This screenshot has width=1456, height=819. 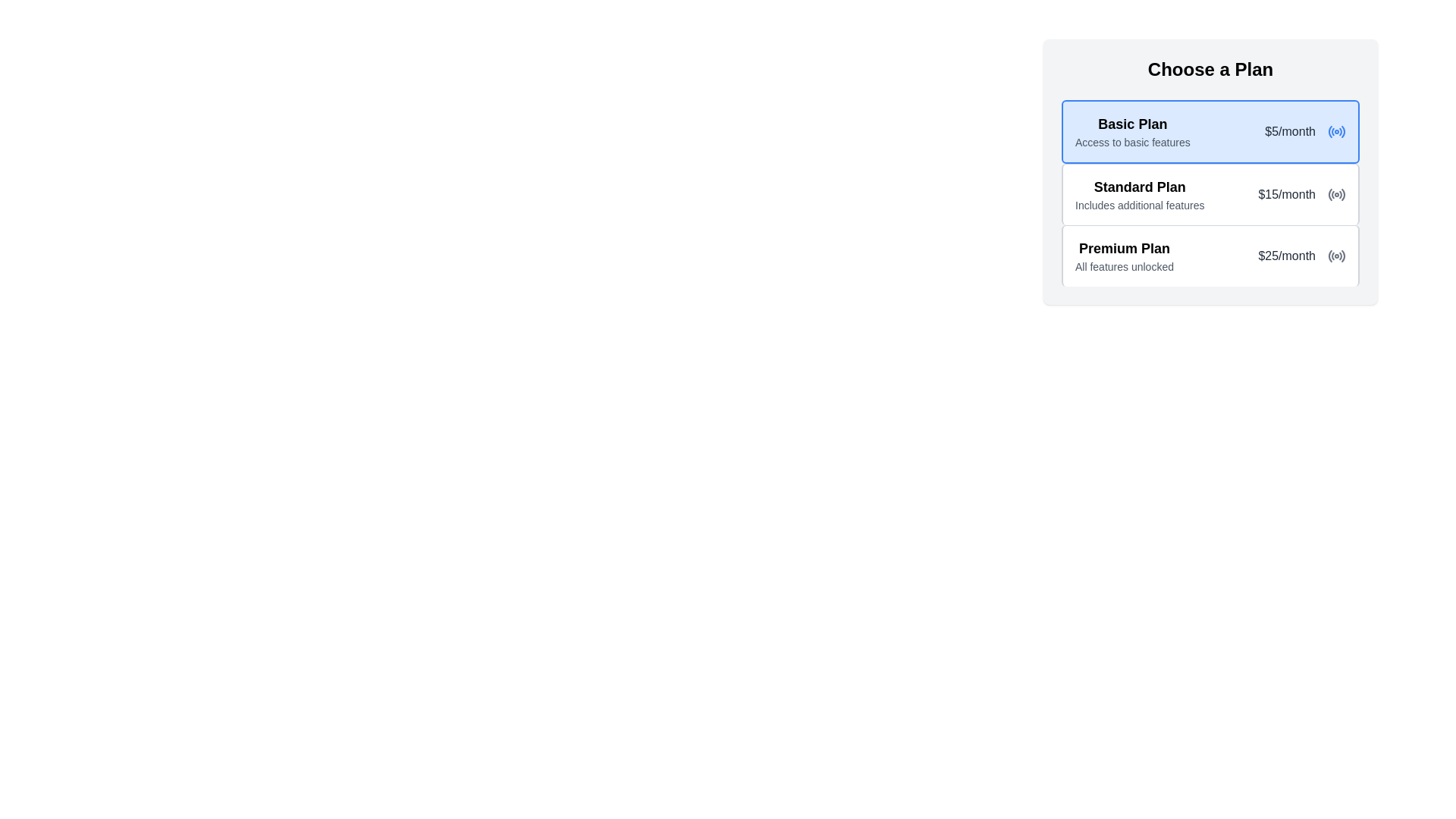 What do you see at coordinates (1304, 130) in the screenshot?
I see `pricing information displayed in the Text Label adjacent to the 'Basic Plan' box` at bounding box center [1304, 130].